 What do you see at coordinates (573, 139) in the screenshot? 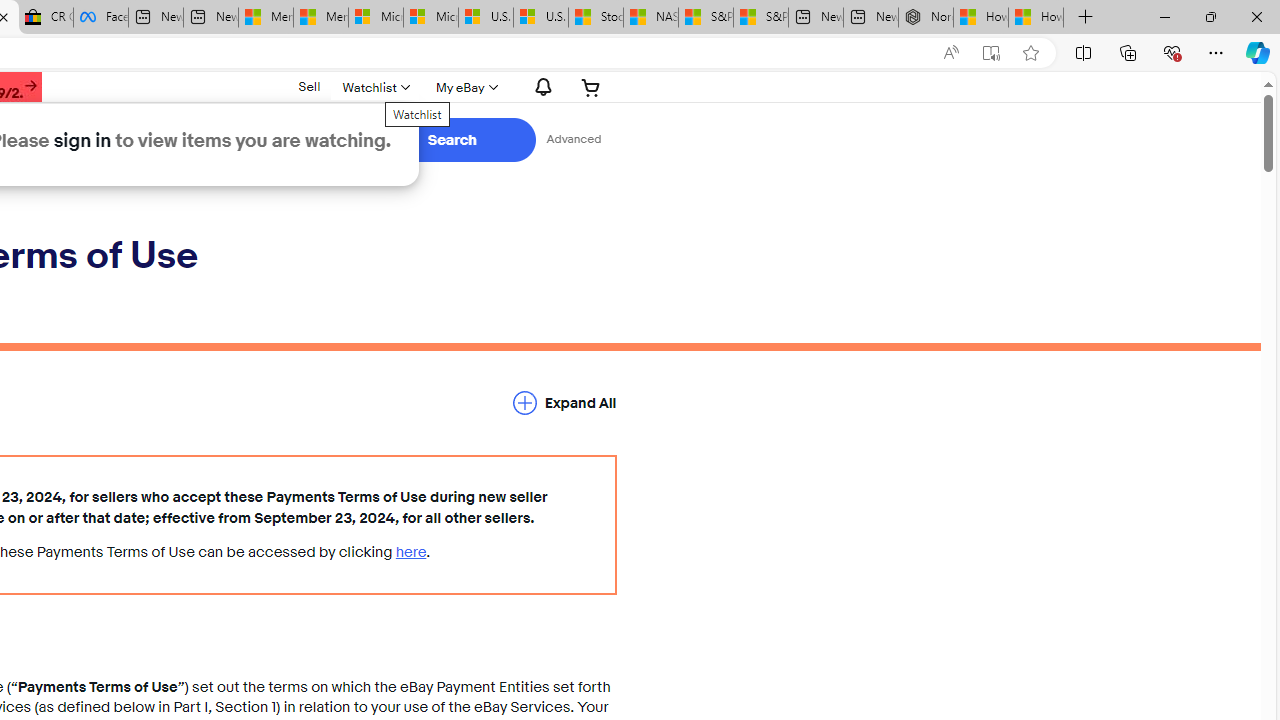
I see `'Advanced Search'` at bounding box center [573, 139].